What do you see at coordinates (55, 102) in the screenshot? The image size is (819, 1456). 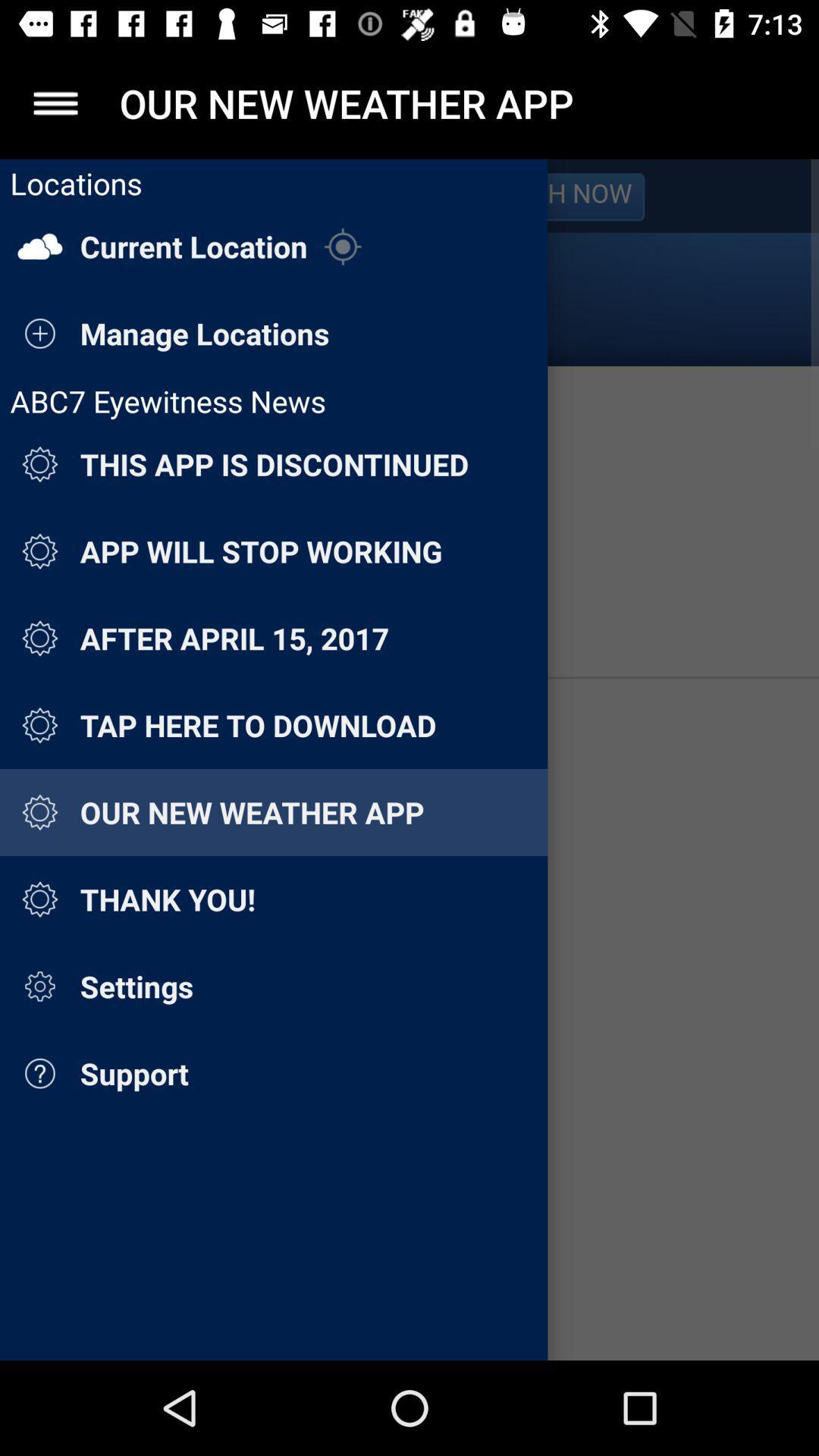 I see `the icon next to the our new weather icon` at bounding box center [55, 102].